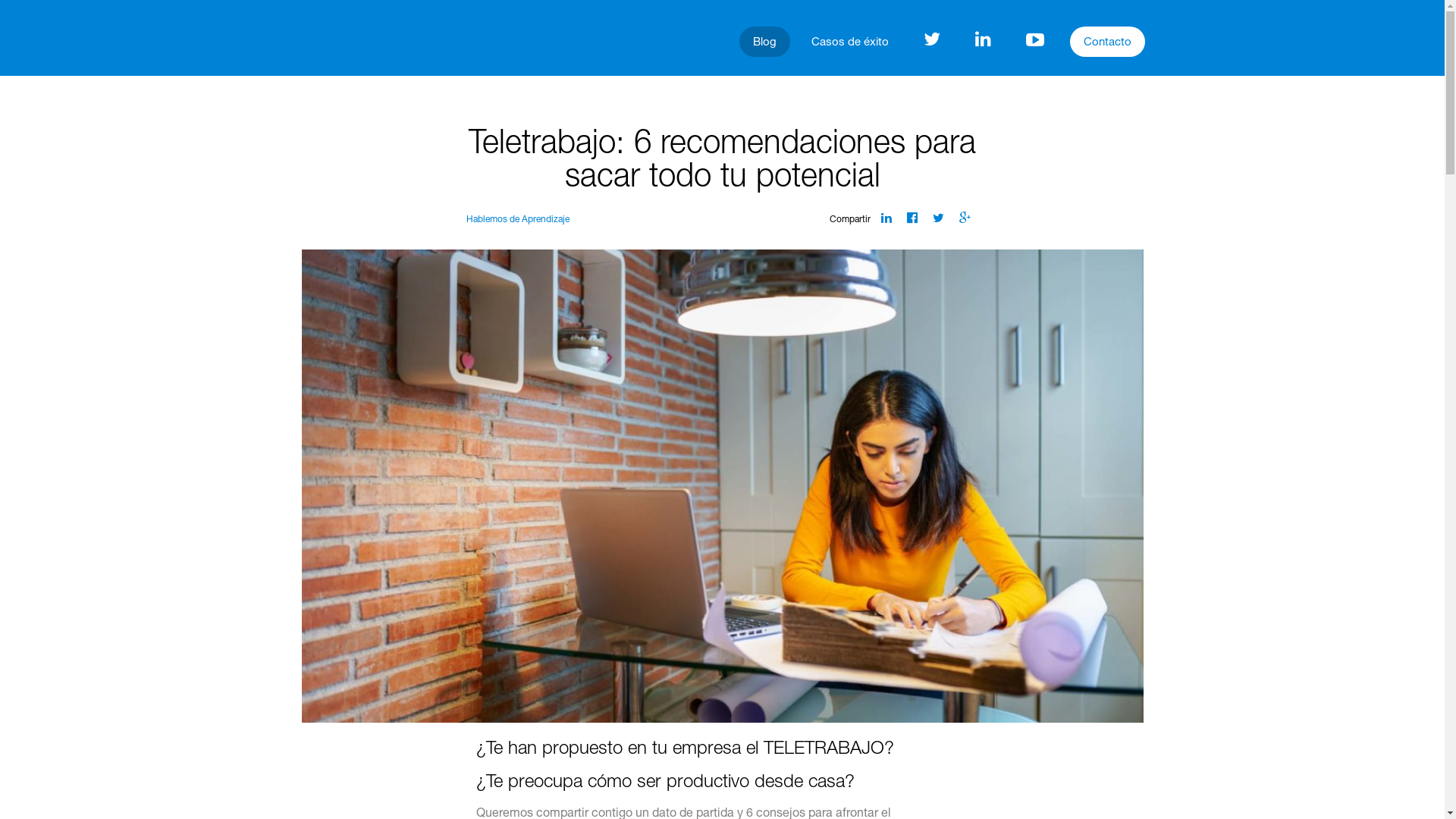  I want to click on 'Twitter', so click(931, 218).